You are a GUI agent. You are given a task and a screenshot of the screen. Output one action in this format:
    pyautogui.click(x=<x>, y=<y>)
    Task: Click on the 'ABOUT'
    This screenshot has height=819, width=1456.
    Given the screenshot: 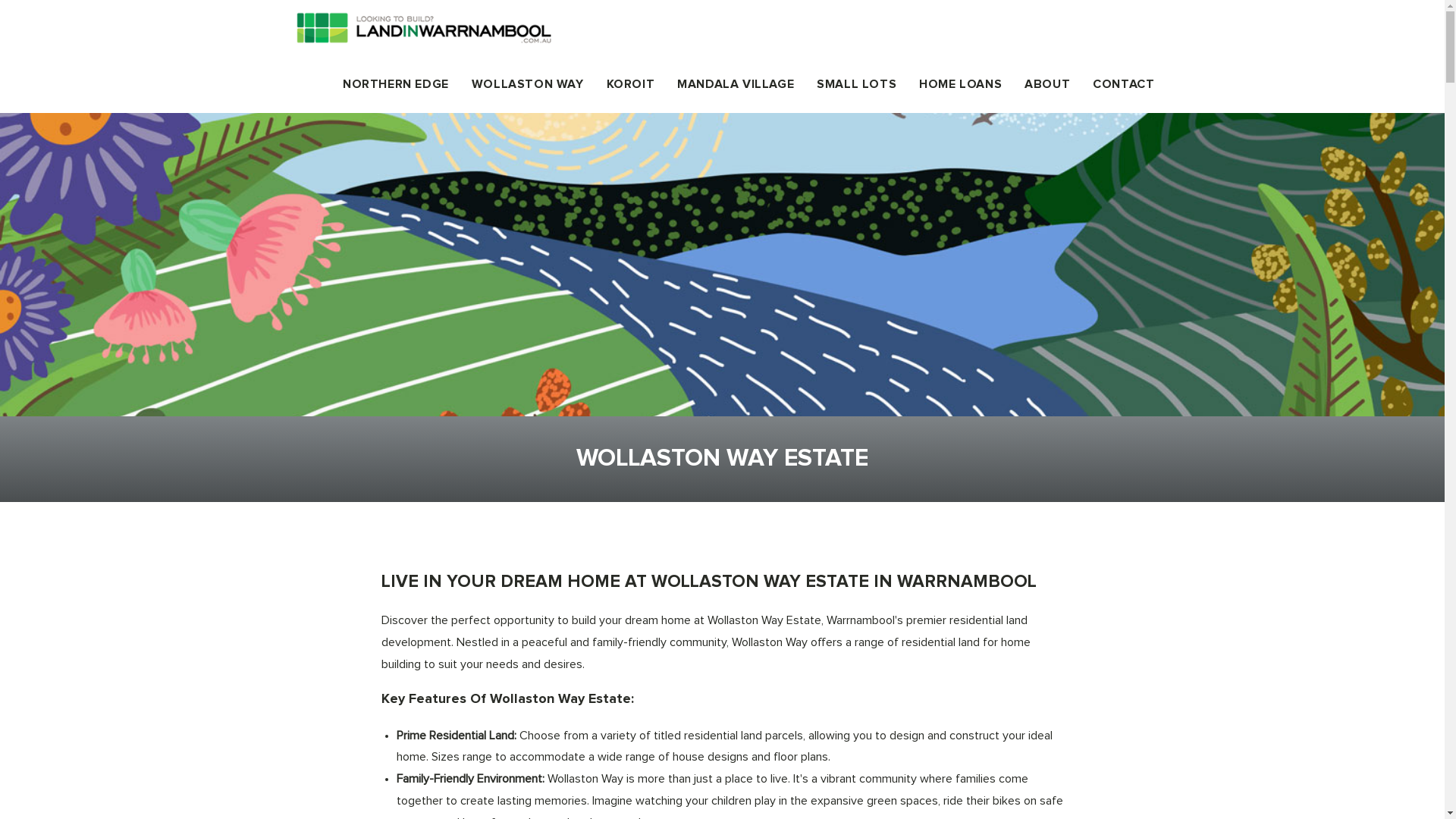 What is the action you would take?
    pyautogui.click(x=1046, y=84)
    